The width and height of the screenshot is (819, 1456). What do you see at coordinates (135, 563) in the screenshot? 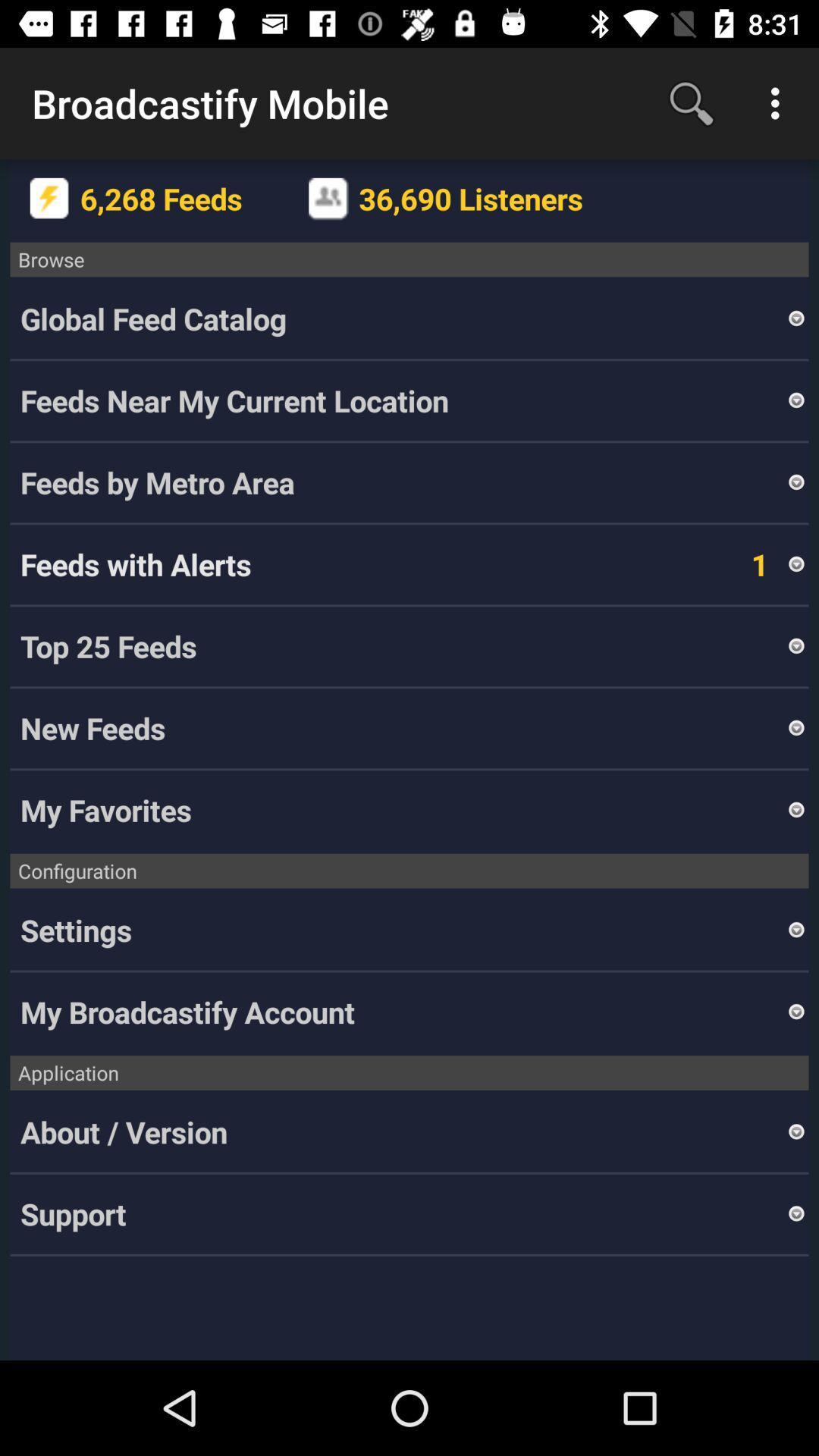
I see `the feeds with alerts on the left` at bounding box center [135, 563].